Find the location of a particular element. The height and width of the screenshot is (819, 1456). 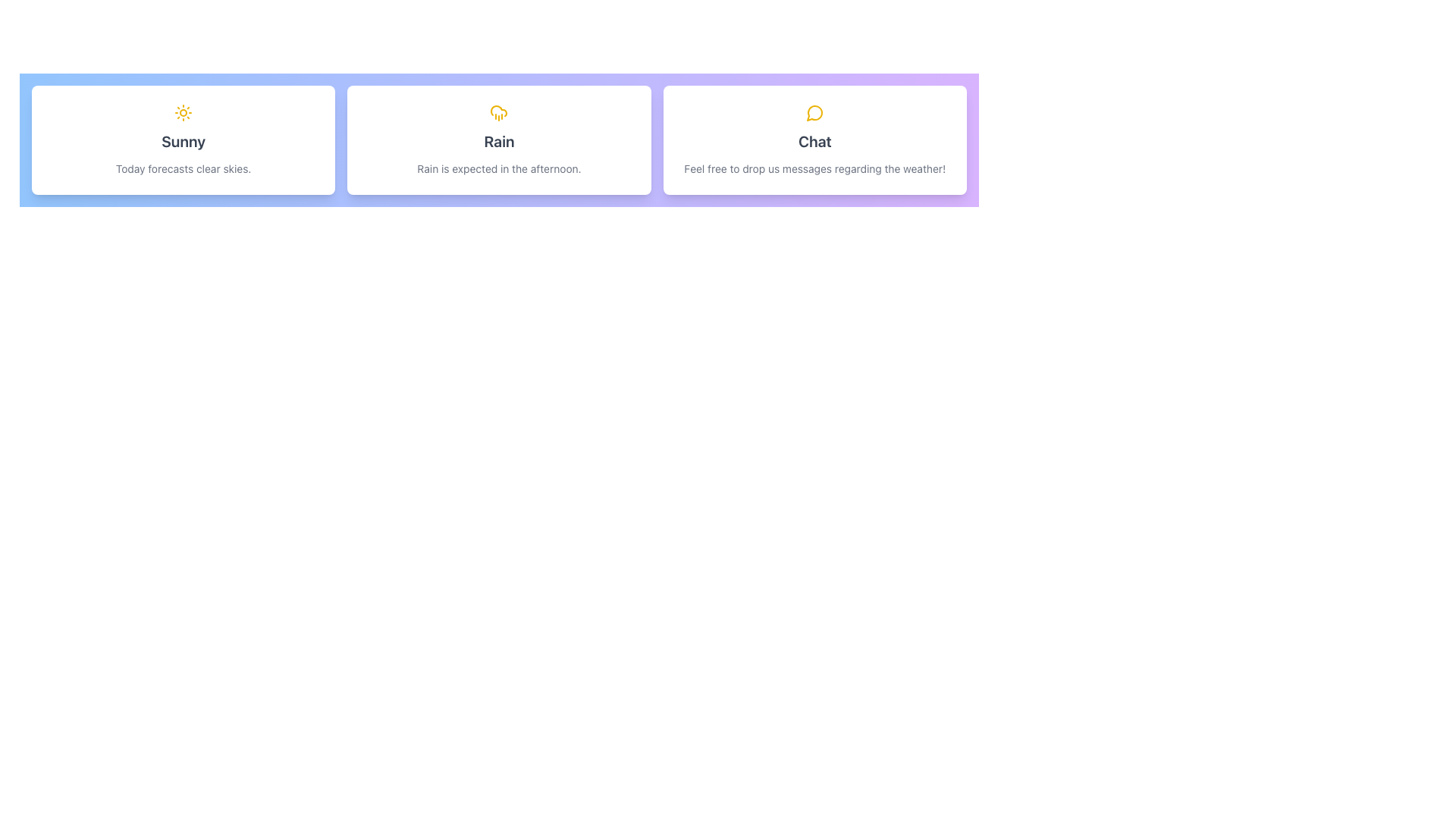

the text label that serves as a heading for the card with a purple gradient background, located at the top-central position of the rightmost card is located at coordinates (814, 141).